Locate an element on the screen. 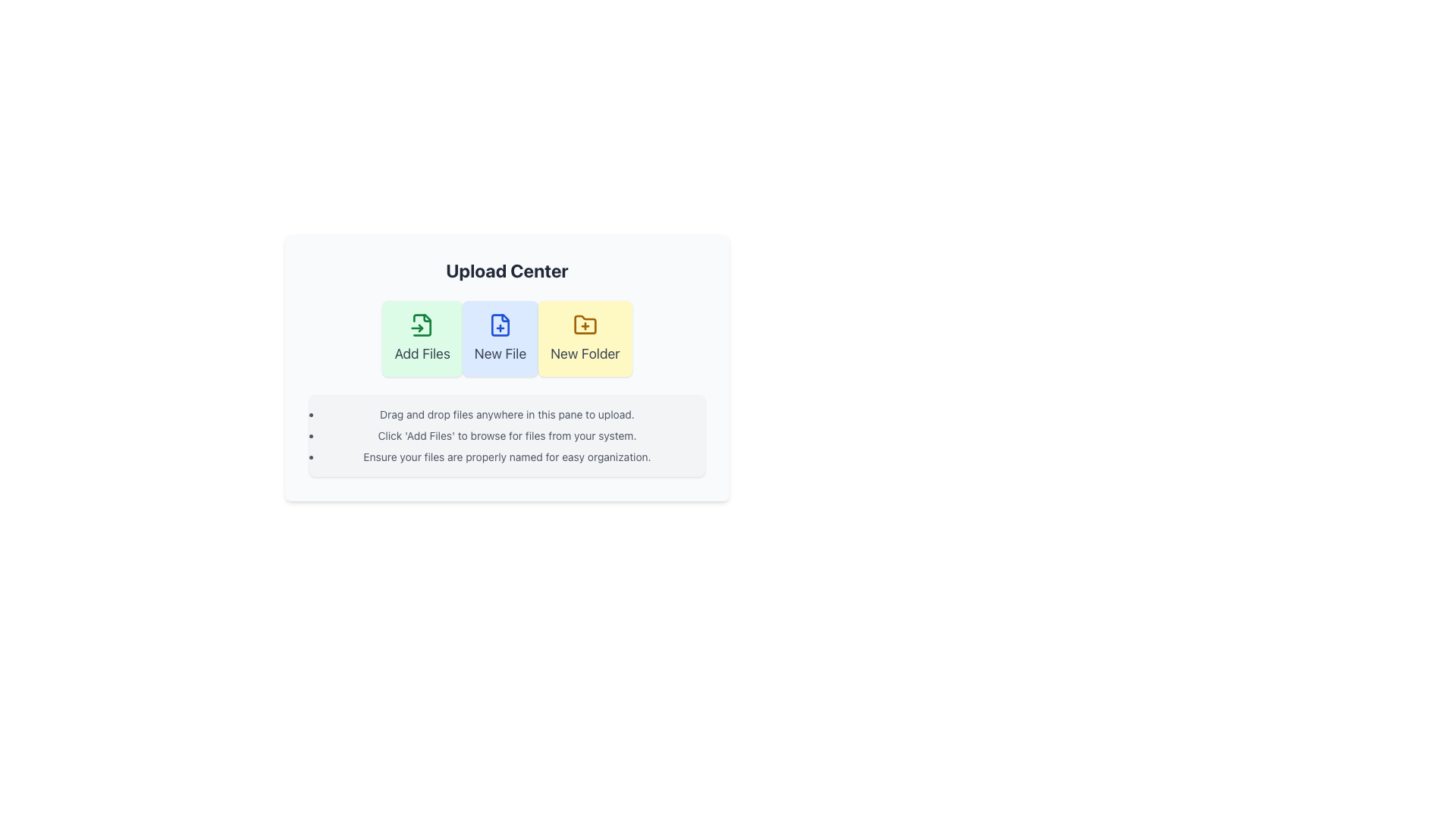  the 'Add Files' icon located within the 'Add Files' button group in the Upload Center is located at coordinates (422, 324).